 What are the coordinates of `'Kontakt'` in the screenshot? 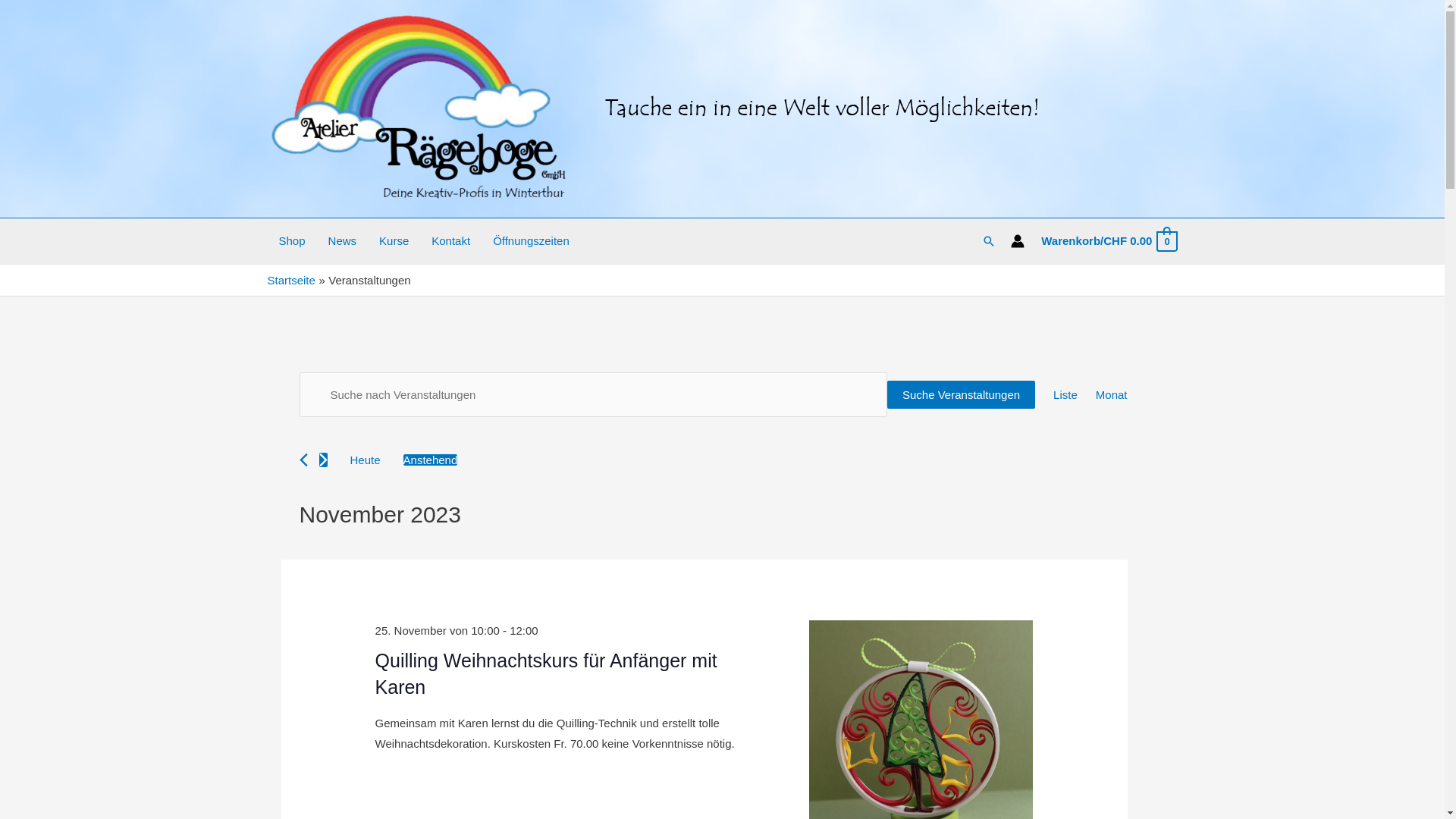 It's located at (450, 240).